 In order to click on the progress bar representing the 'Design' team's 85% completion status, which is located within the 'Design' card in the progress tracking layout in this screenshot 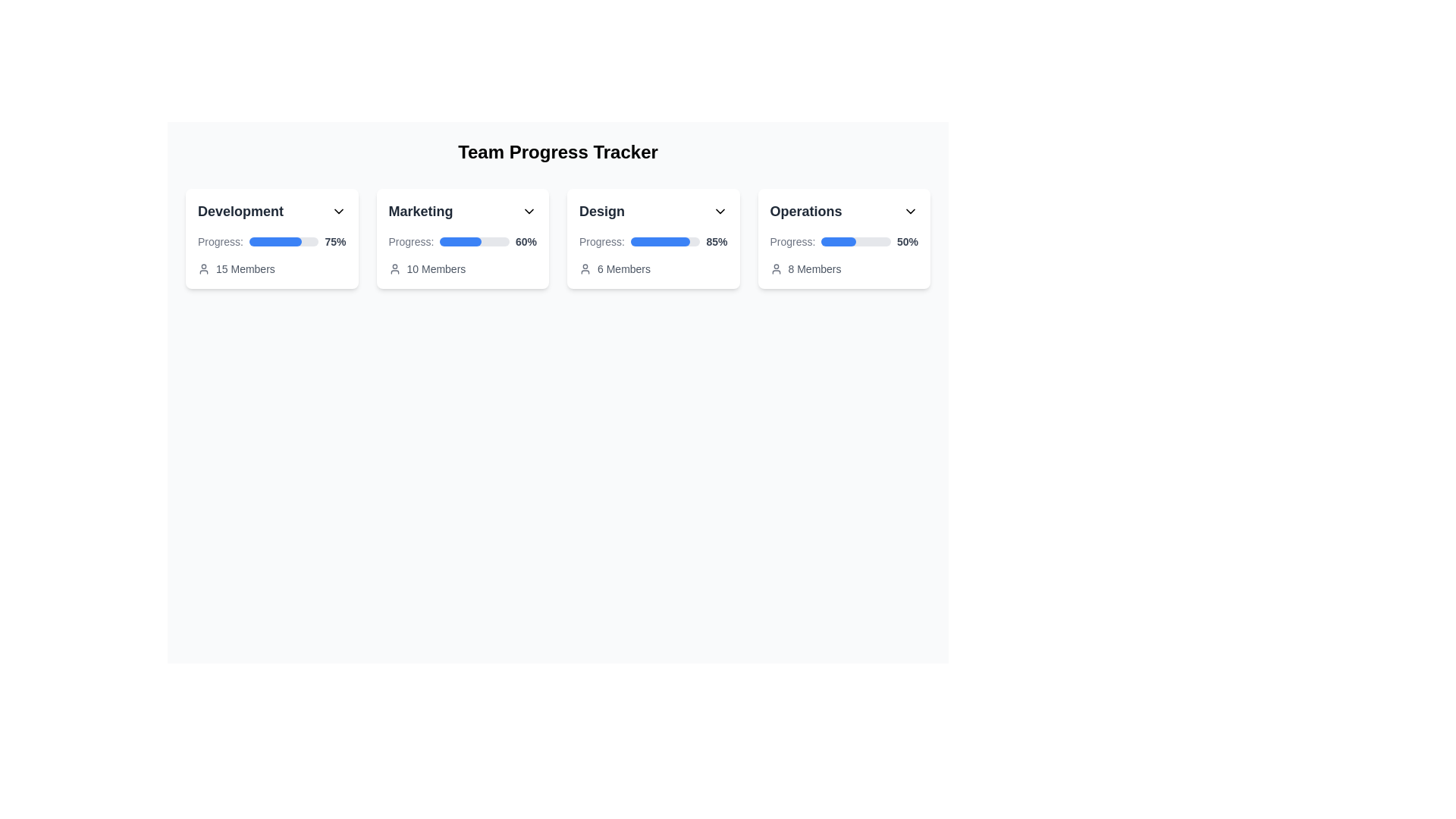, I will do `click(653, 241)`.